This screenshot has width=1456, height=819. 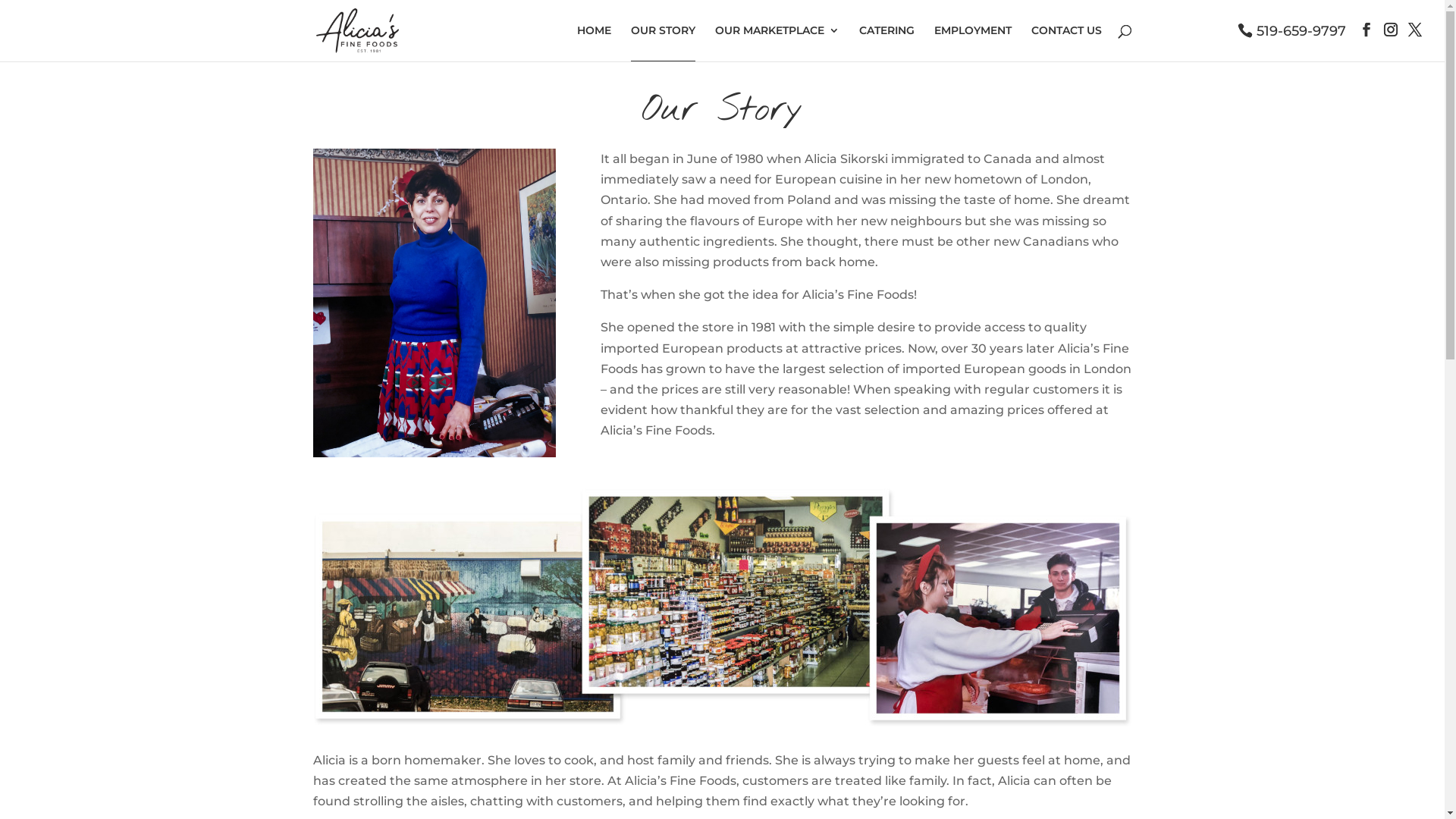 I want to click on 'CATERING', so click(x=858, y=42).